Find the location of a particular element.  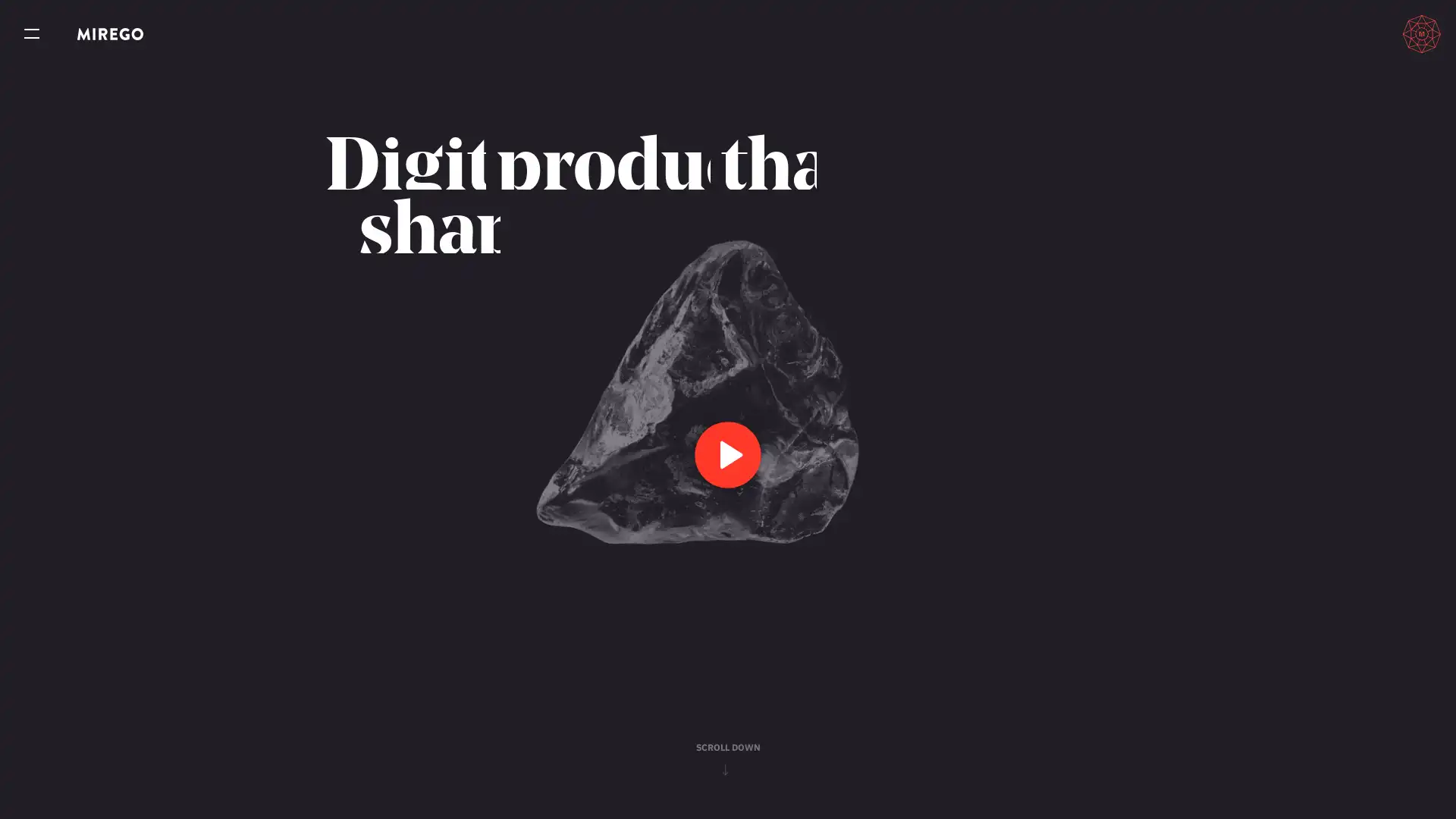

Passer a la version francaise is located at coordinates (1351, 33).